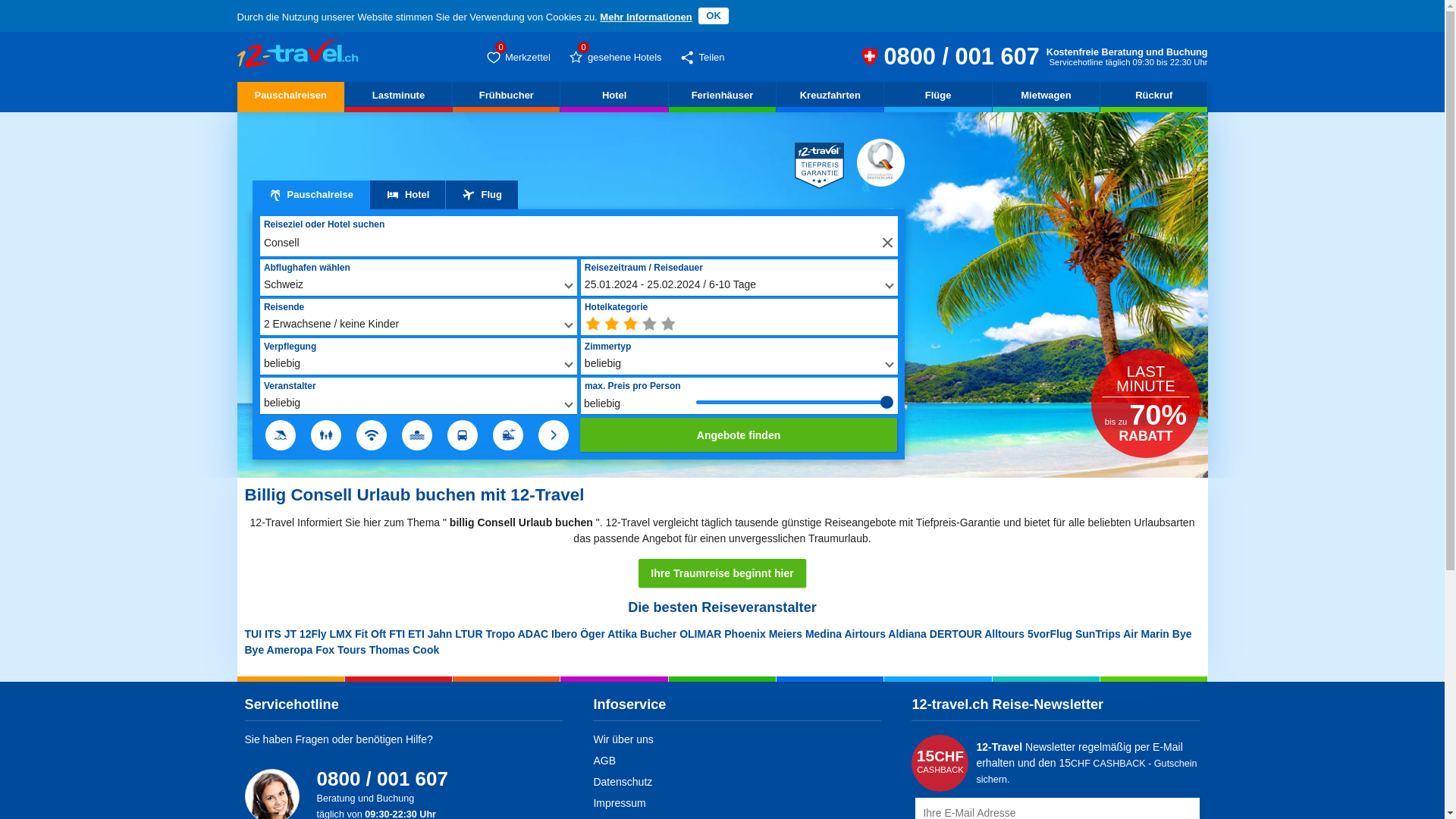 The height and width of the screenshot is (819, 1456). What do you see at coordinates (398, 96) in the screenshot?
I see `'Lastminute'` at bounding box center [398, 96].